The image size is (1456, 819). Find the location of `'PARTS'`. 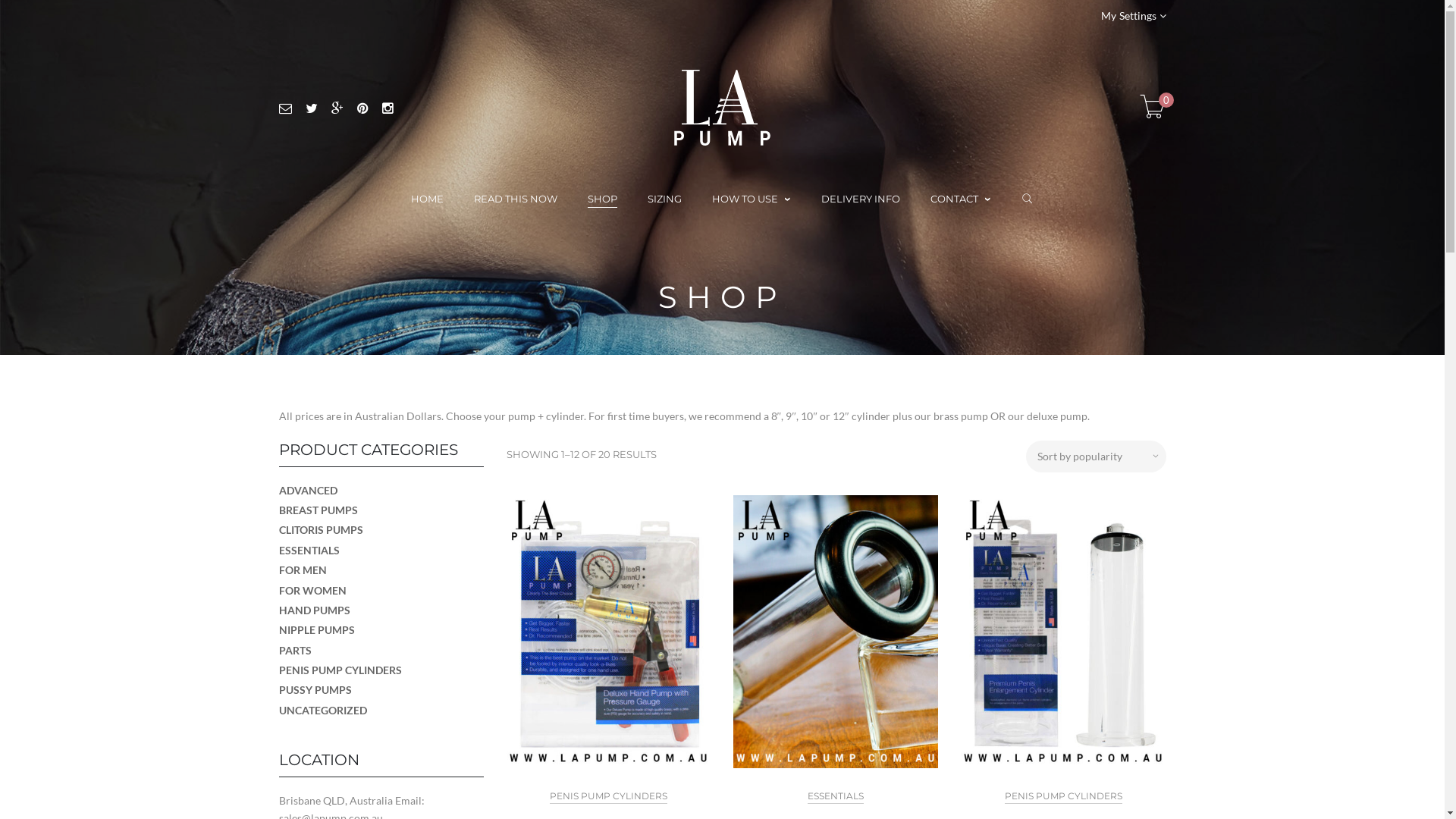

'PARTS' is located at coordinates (295, 649).